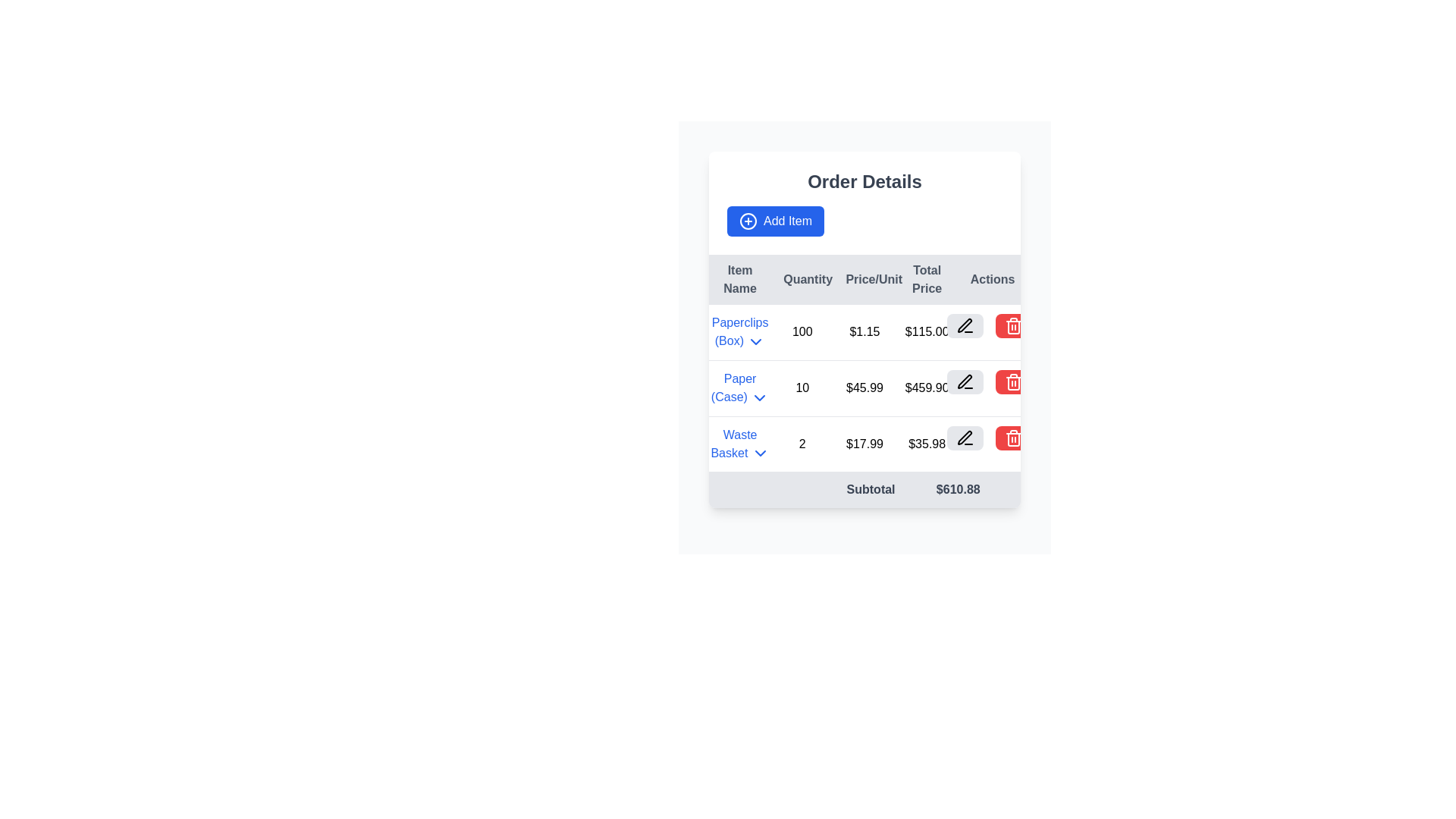  Describe the element at coordinates (802, 444) in the screenshot. I see `the text display showing '2' in bold, located in the 'Waste Basket' row of the table under the 'Quantity' column` at that location.